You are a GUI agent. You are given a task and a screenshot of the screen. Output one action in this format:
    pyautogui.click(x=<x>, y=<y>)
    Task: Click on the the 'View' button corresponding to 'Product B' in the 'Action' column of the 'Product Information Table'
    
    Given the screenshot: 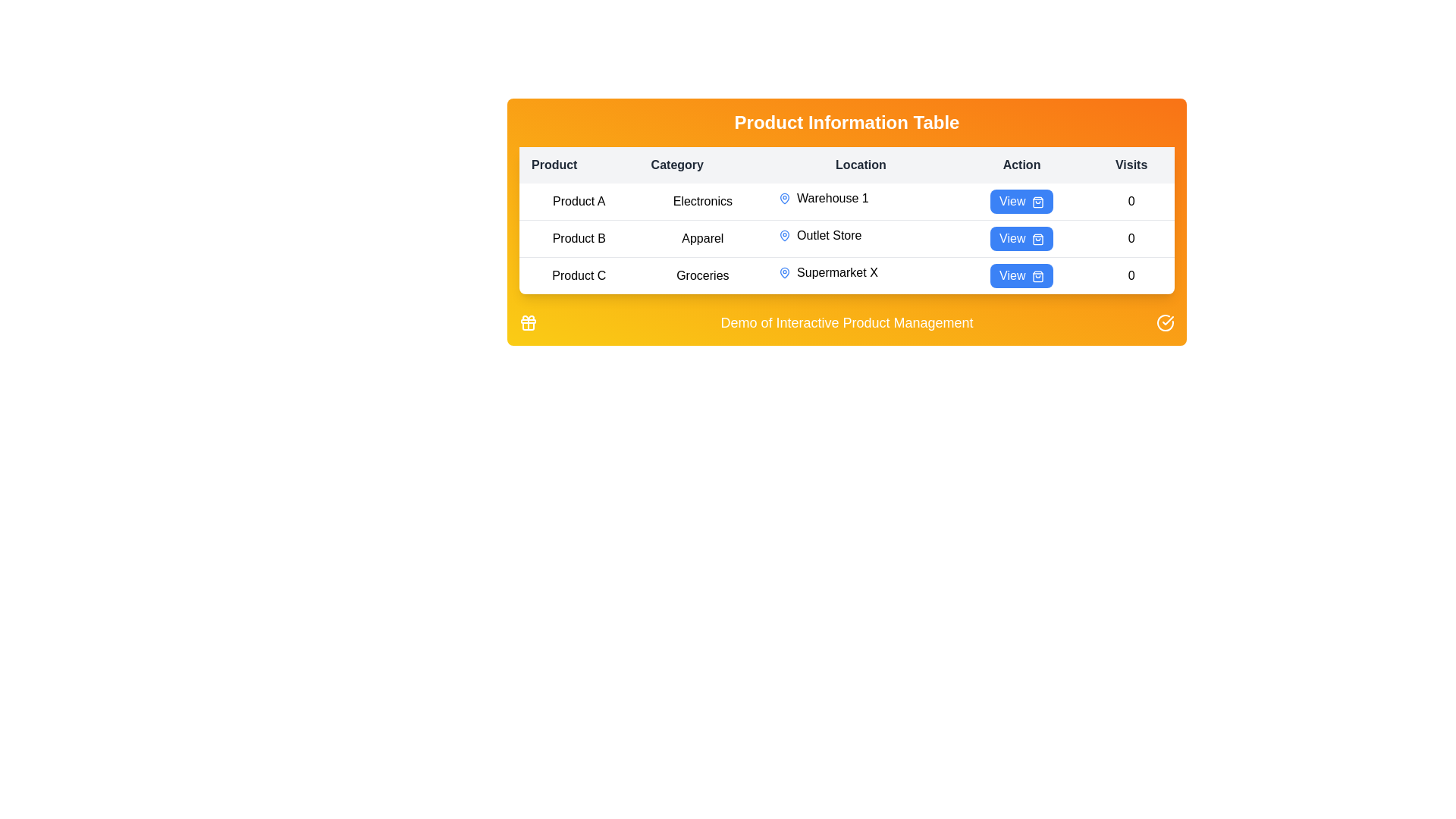 What is the action you would take?
    pyautogui.click(x=1021, y=239)
    